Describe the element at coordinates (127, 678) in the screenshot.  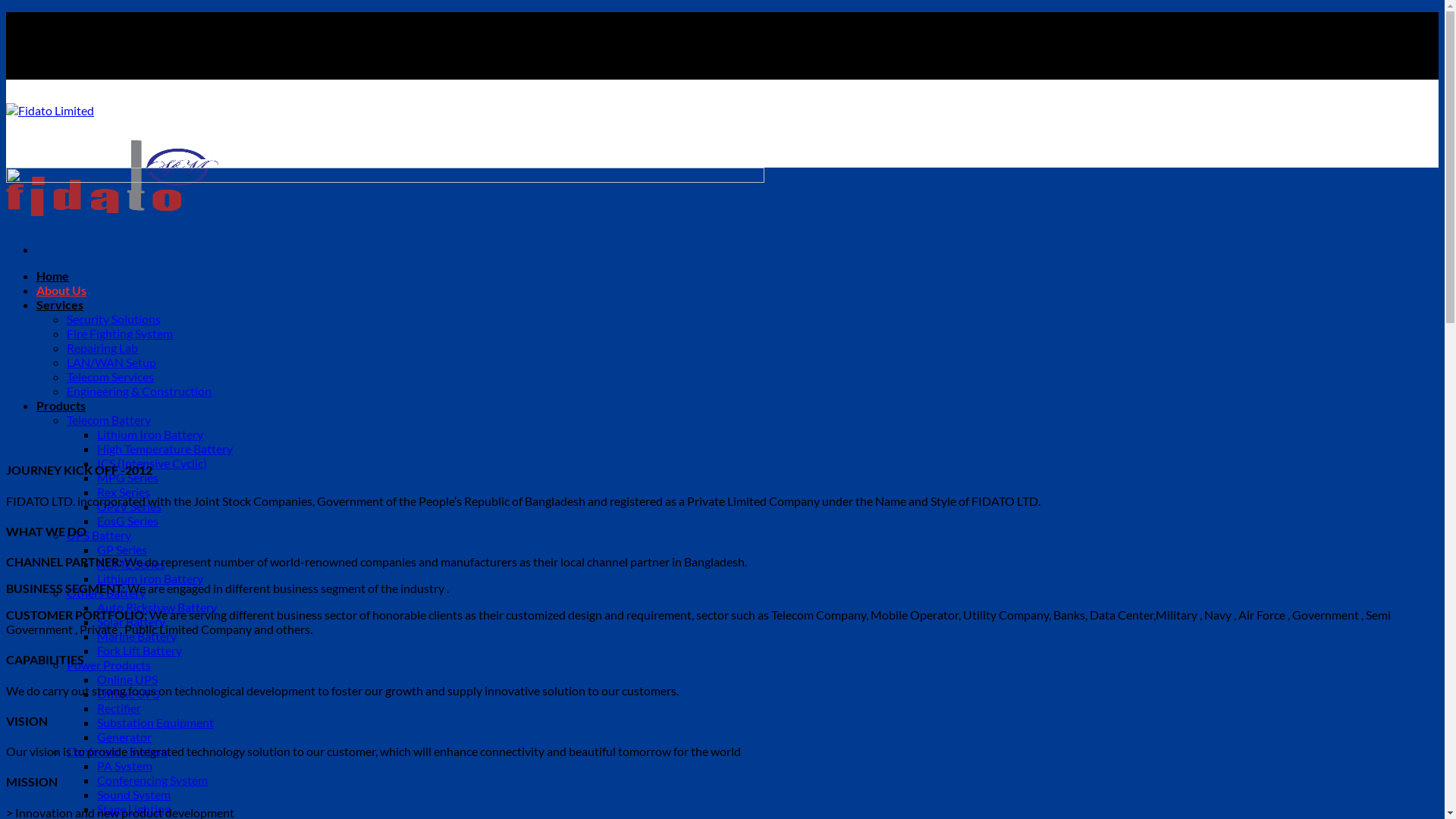
I see `'Online UPS'` at that location.